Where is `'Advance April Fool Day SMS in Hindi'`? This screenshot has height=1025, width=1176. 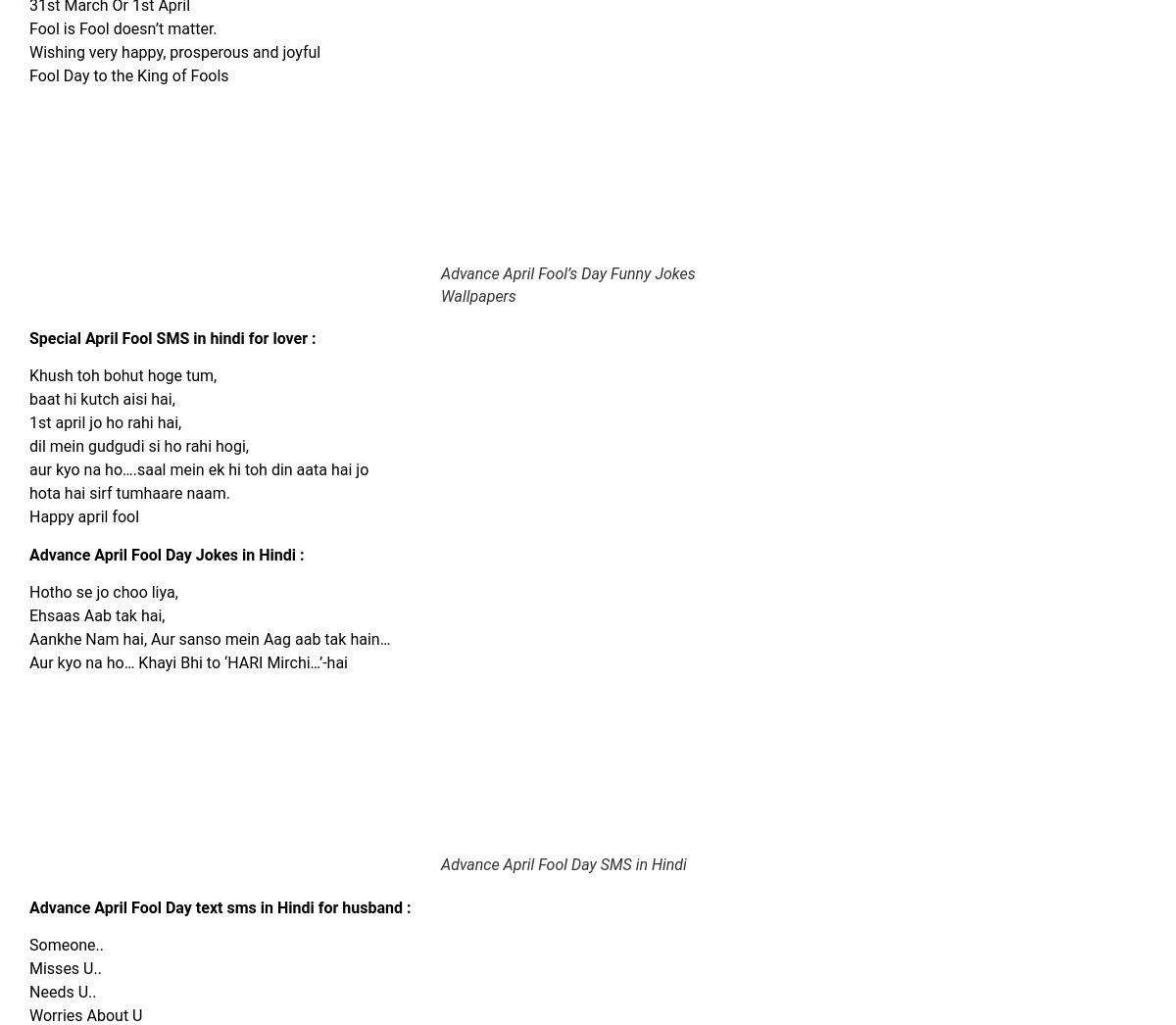
'Advance April Fool Day SMS in Hindi' is located at coordinates (563, 863).